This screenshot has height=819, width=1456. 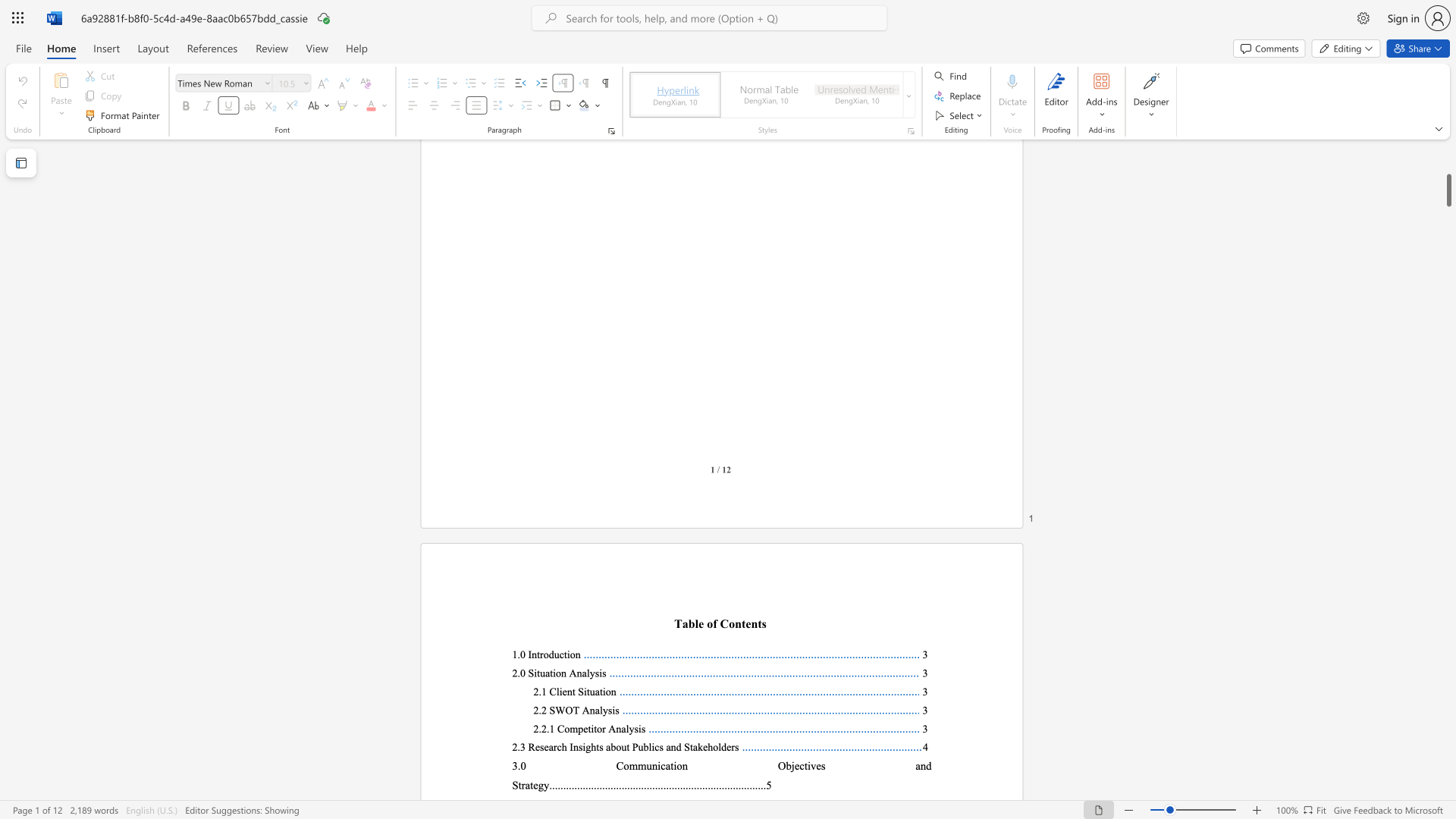 I want to click on the 1th character "i" in the text, so click(x=560, y=692).